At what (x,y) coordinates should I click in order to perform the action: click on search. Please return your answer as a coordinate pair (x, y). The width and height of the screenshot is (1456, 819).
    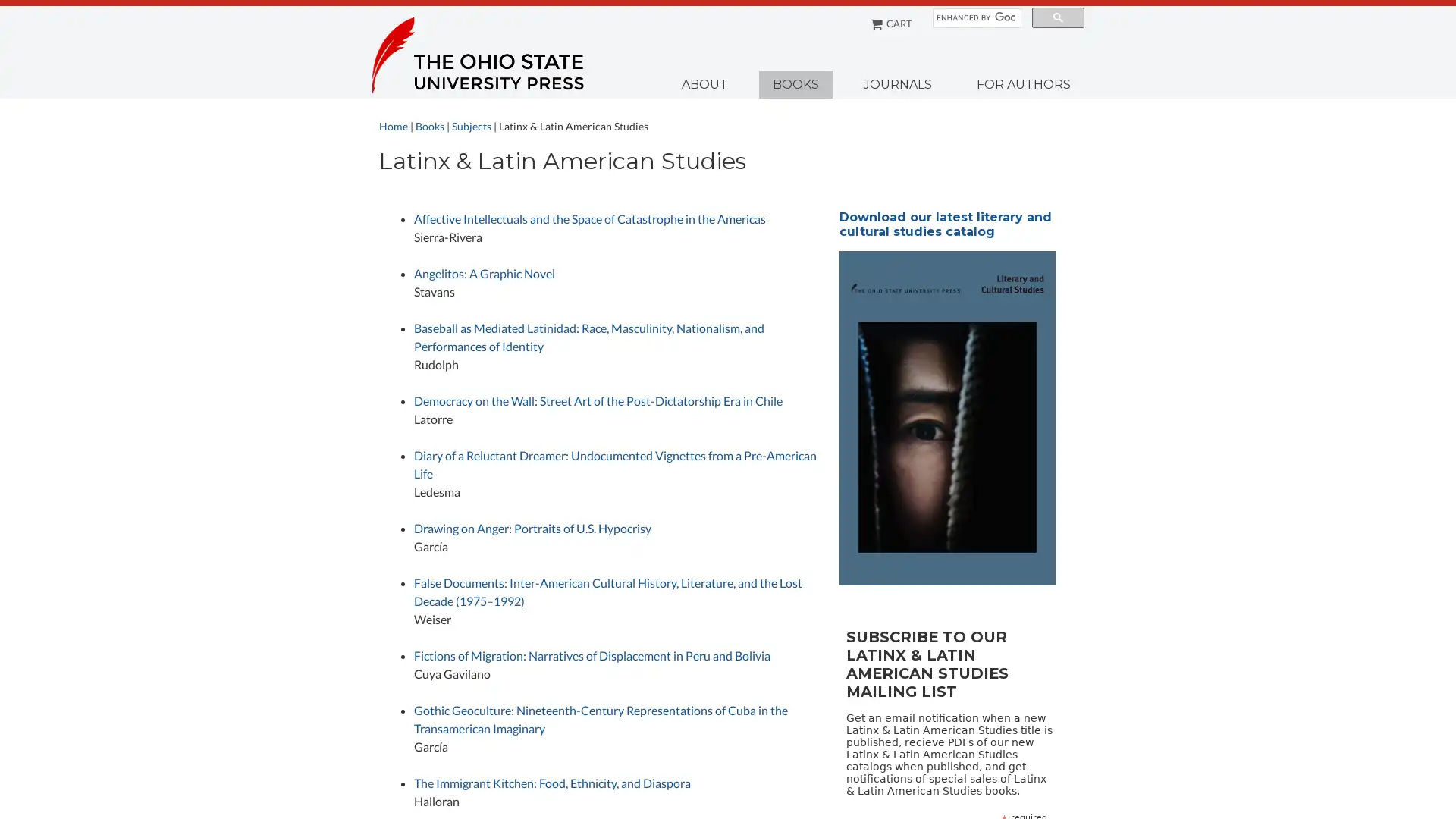
    Looking at the image, I should click on (1057, 17).